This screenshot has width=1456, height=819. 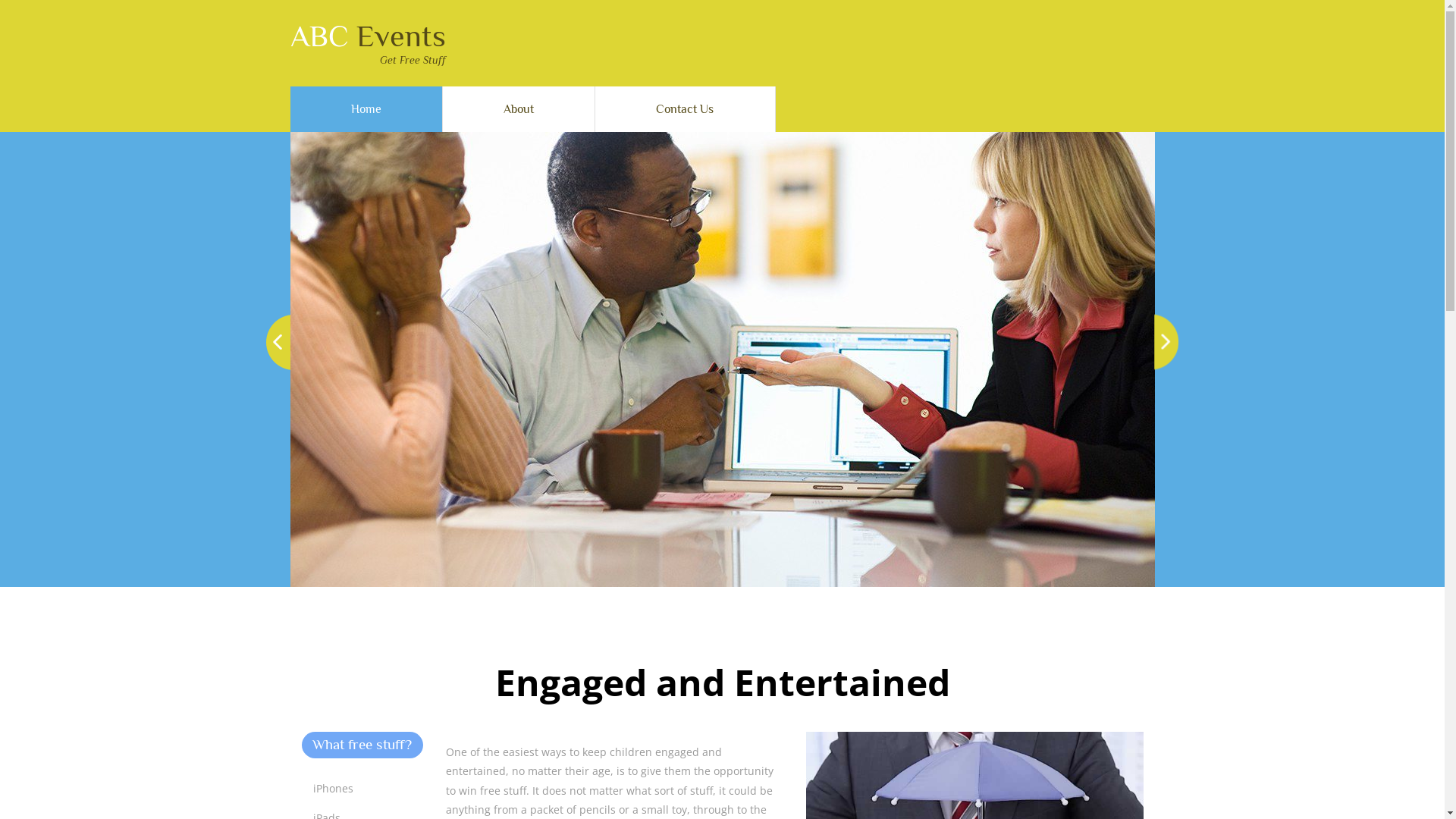 I want to click on 'Previous', so click(x=277, y=342).